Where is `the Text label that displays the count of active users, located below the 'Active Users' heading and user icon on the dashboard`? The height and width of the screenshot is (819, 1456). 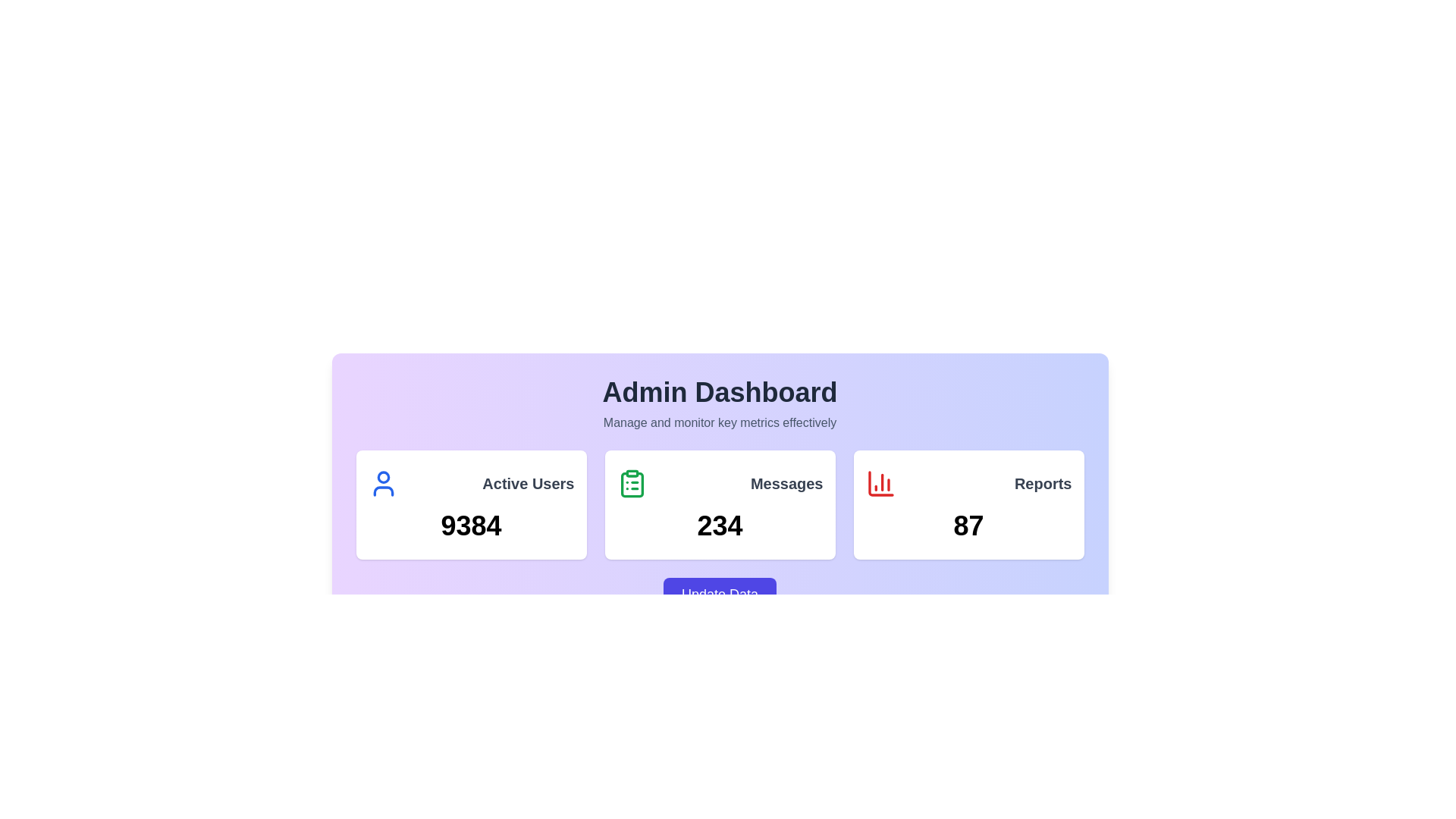 the Text label that displays the count of active users, located below the 'Active Users' heading and user icon on the dashboard is located at coordinates (470, 526).